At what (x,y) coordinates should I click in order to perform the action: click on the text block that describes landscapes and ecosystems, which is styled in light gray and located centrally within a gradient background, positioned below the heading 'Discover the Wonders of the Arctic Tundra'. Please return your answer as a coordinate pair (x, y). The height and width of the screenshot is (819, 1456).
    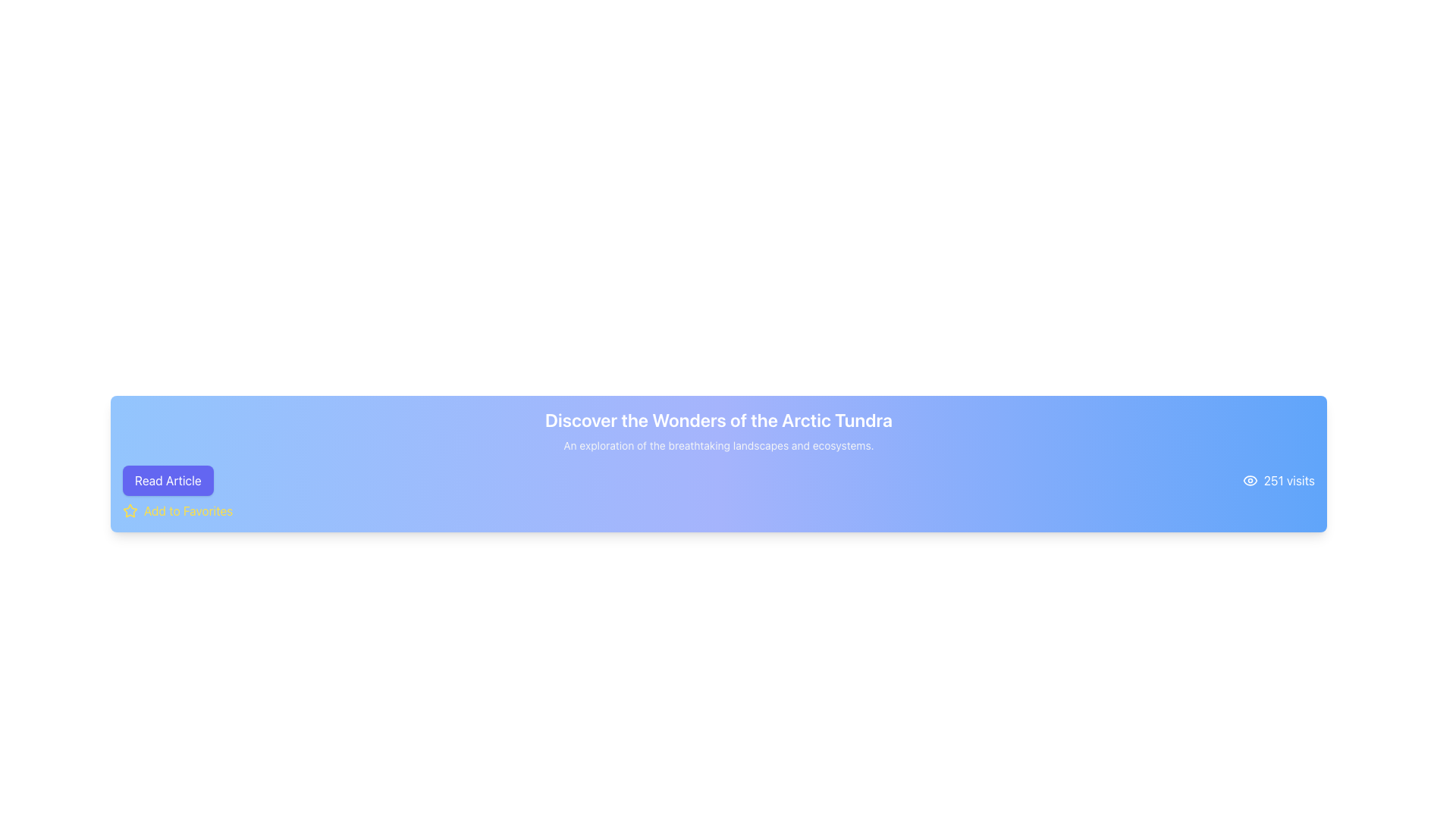
    Looking at the image, I should click on (718, 444).